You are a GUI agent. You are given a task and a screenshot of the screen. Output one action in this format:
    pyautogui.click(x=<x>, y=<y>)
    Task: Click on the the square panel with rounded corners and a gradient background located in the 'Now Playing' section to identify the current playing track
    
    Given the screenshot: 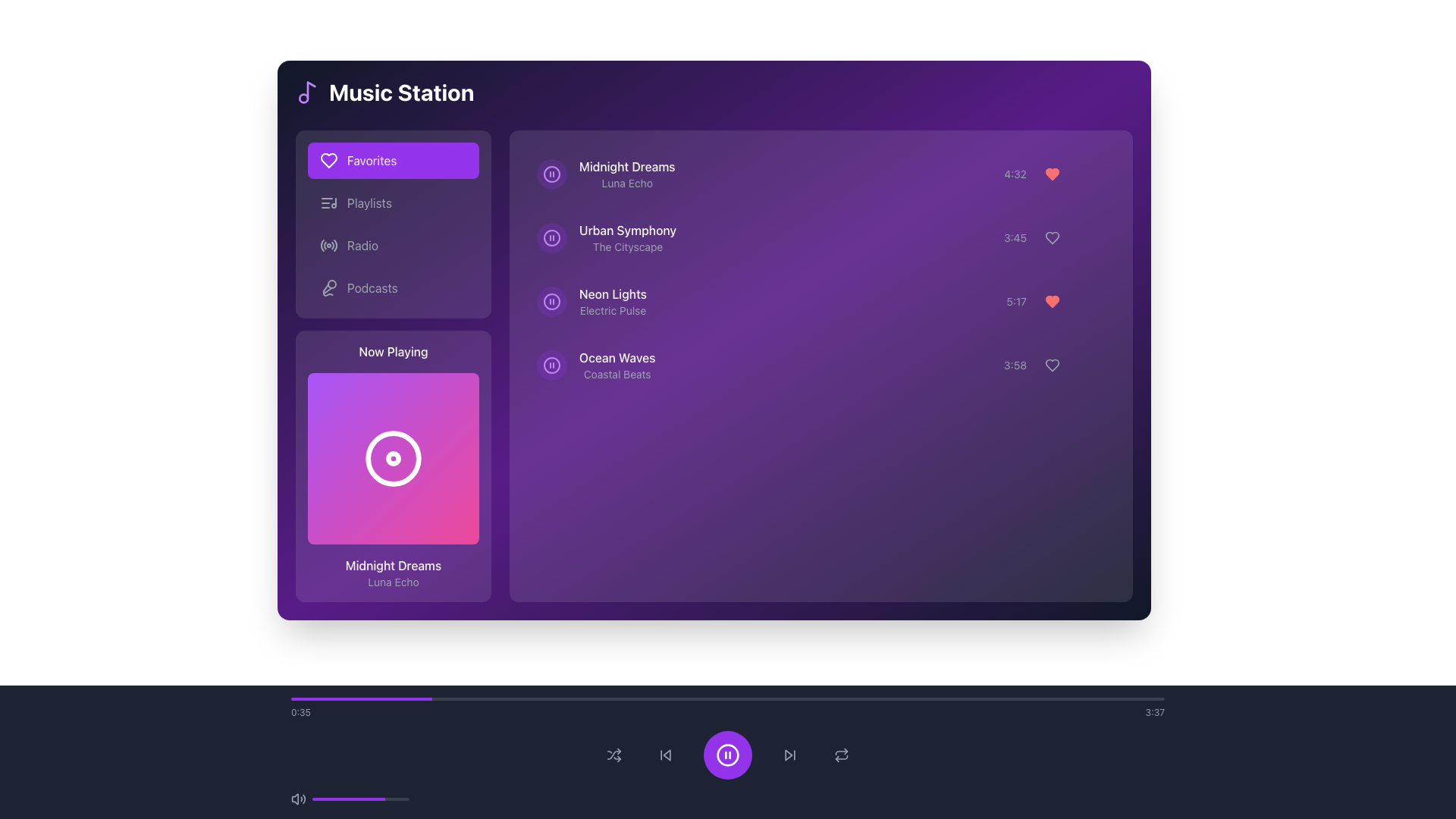 What is the action you would take?
    pyautogui.click(x=393, y=458)
    